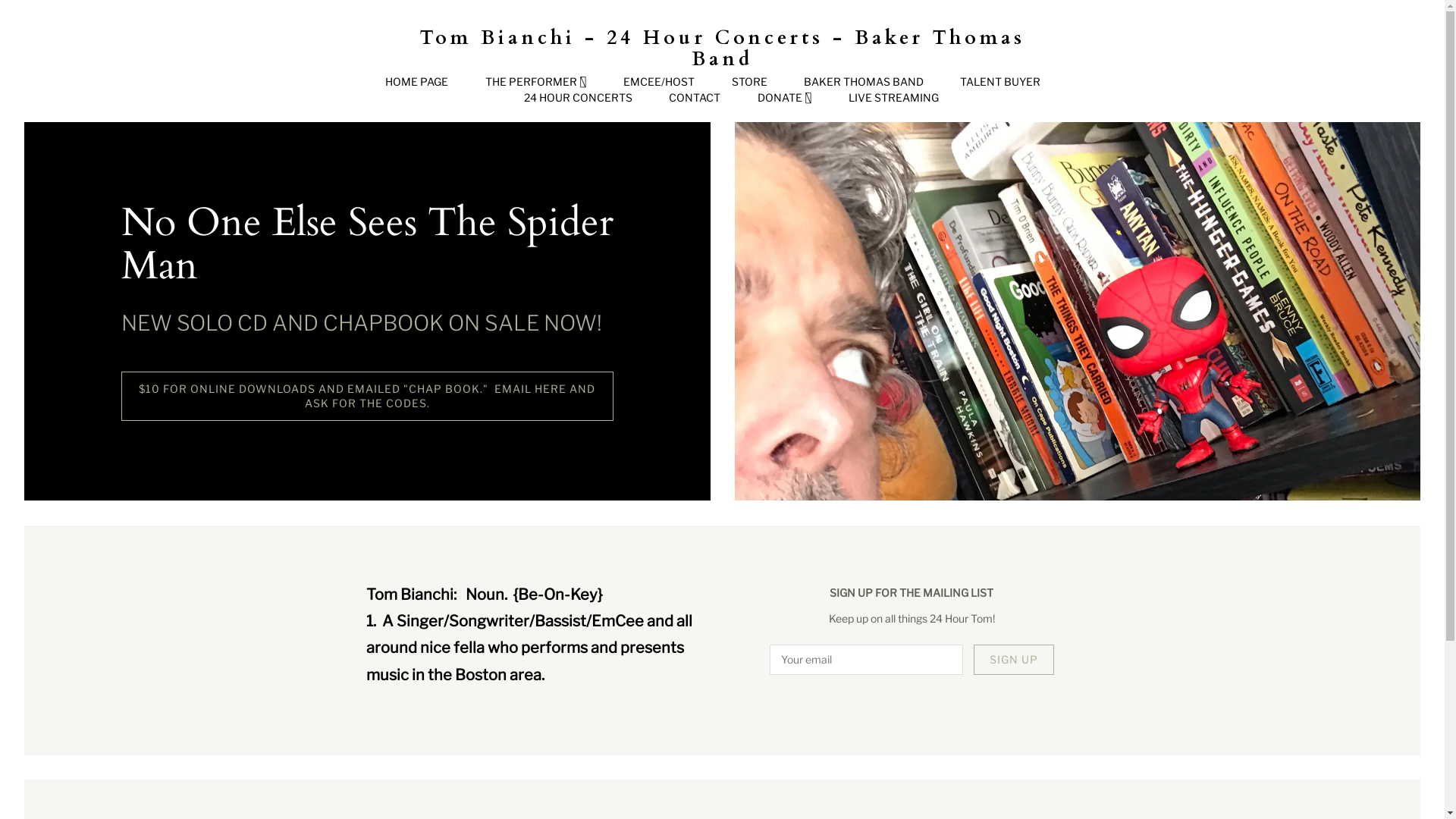 The width and height of the screenshot is (1456, 819). Describe the element at coordinates (785, 97) in the screenshot. I see `'DONATE'` at that location.